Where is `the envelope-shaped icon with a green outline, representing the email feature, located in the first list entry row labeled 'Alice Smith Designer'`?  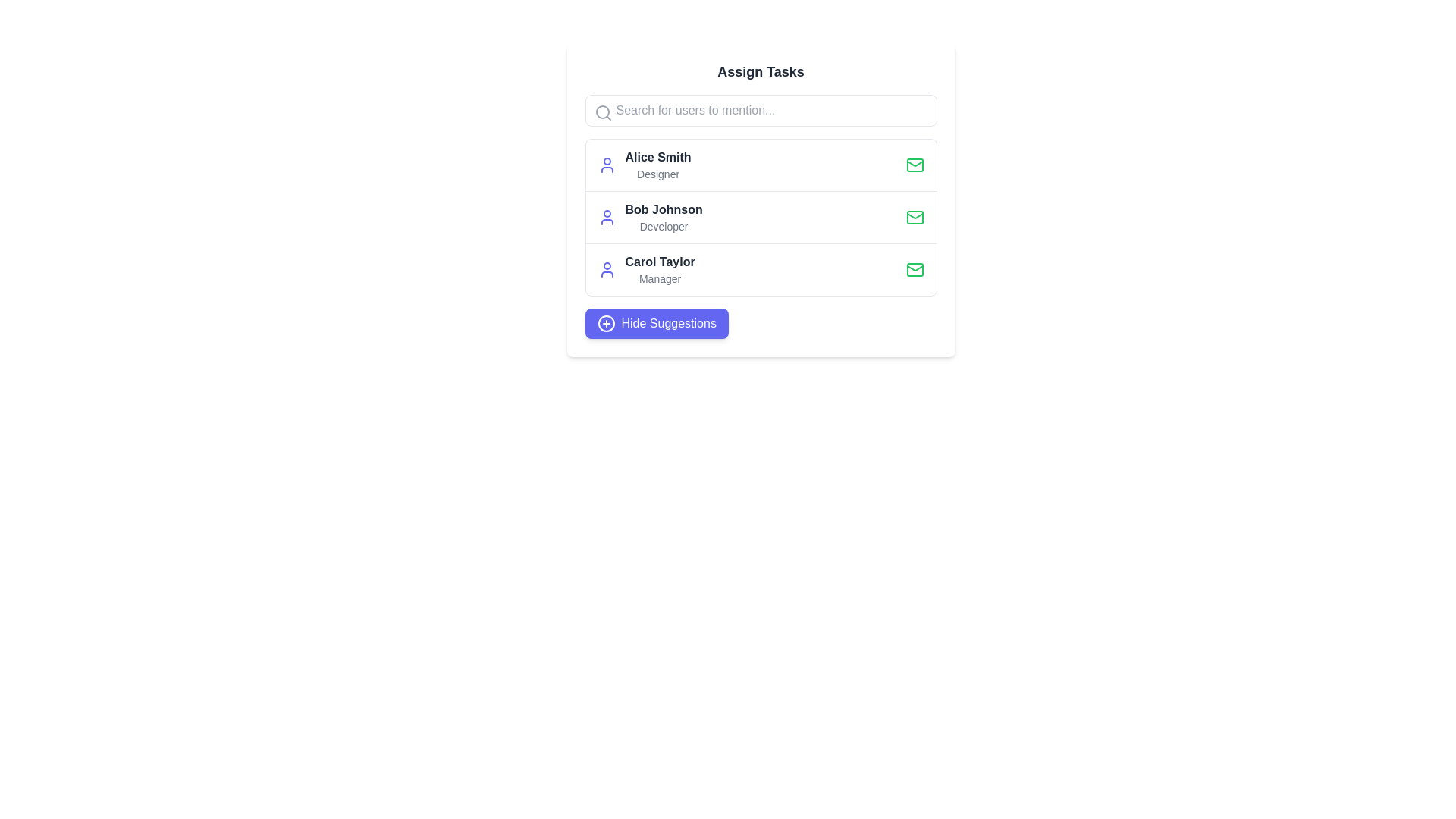 the envelope-shaped icon with a green outline, representing the email feature, located in the first list entry row labeled 'Alice Smith Designer' is located at coordinates (914, 165).